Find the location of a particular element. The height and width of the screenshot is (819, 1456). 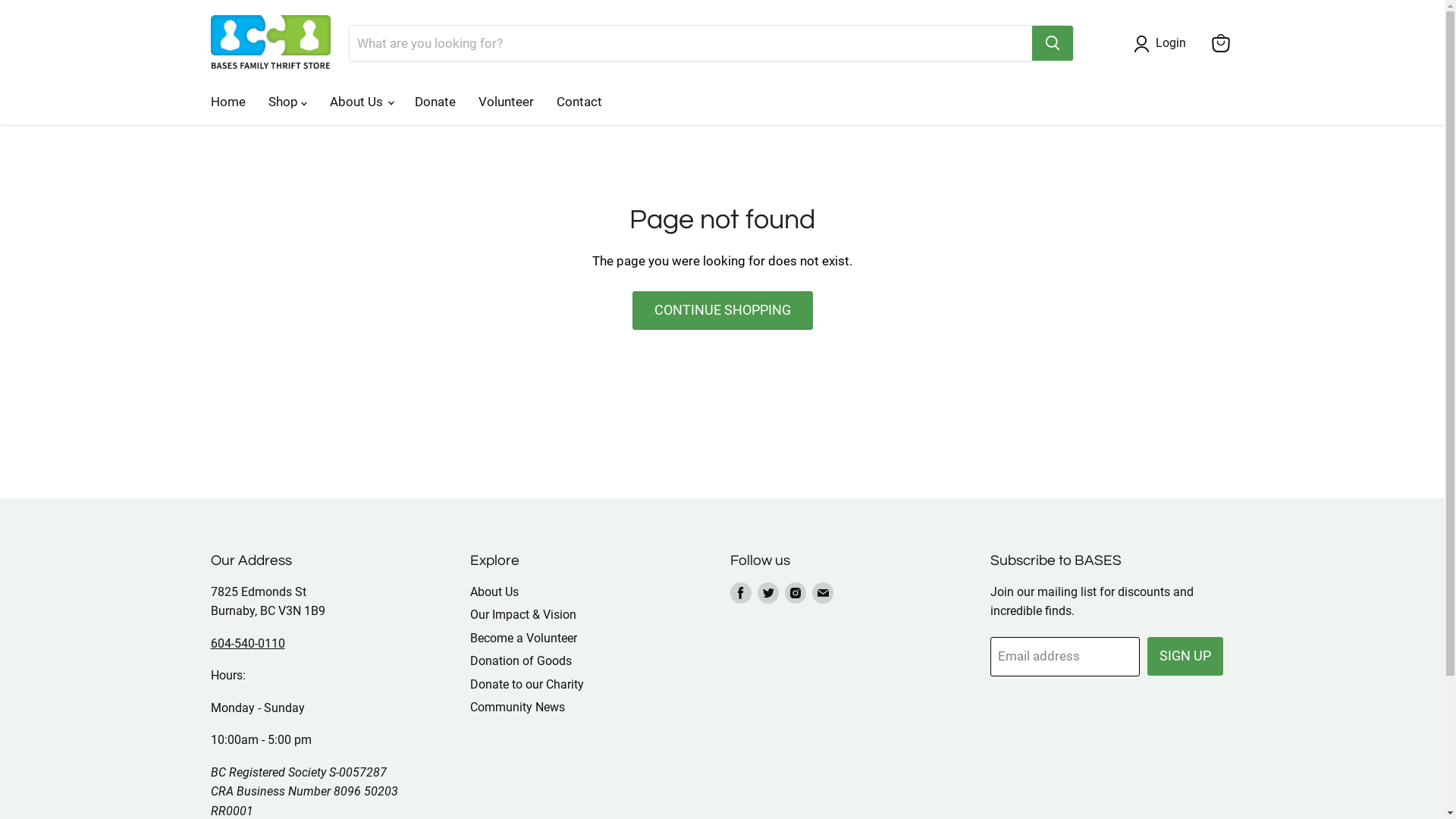

'604-540-0110' is located at coordinates (247, 643).